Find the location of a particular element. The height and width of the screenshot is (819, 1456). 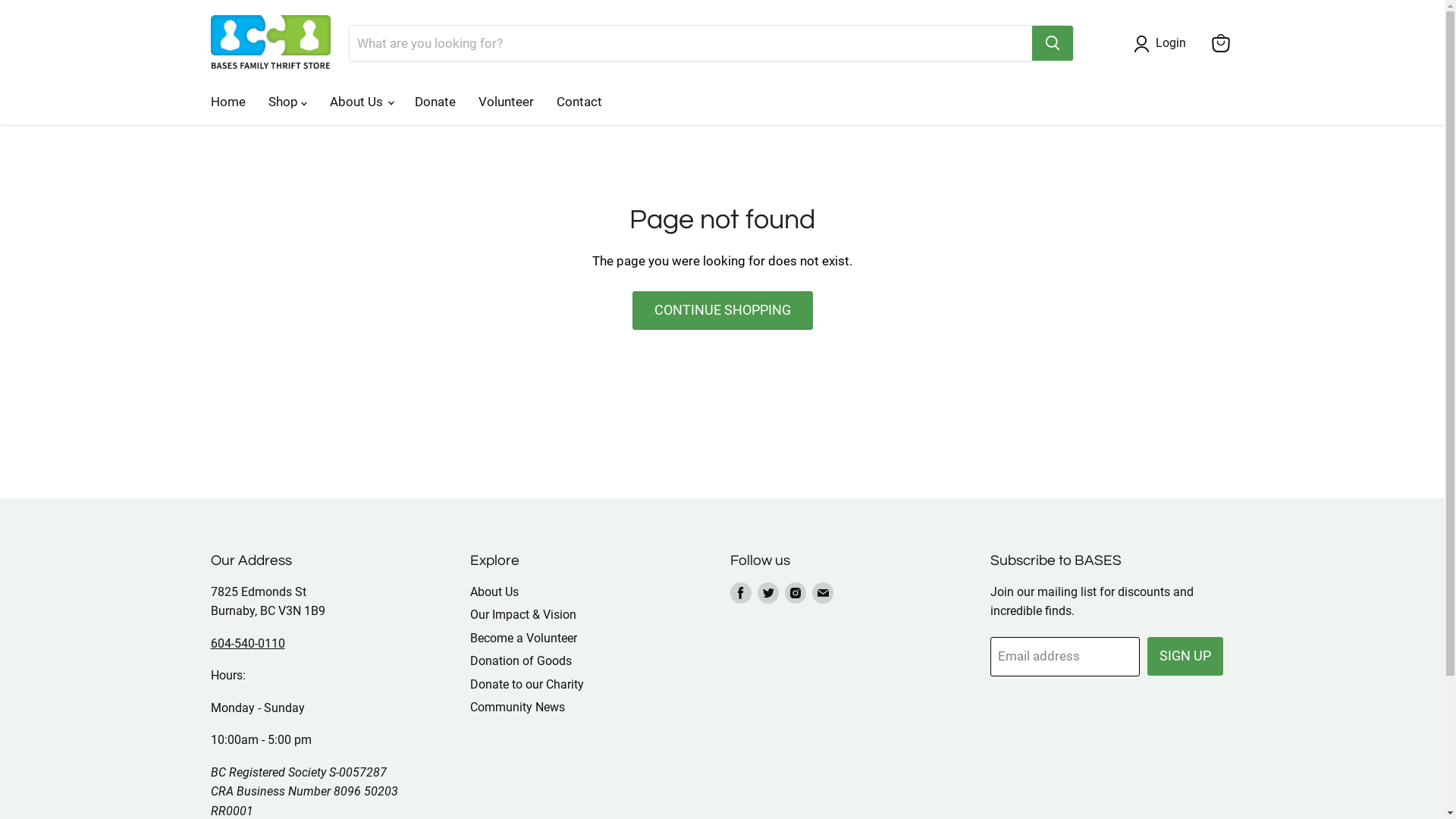

'604-540-0110' is located at coordinates (247, 643).